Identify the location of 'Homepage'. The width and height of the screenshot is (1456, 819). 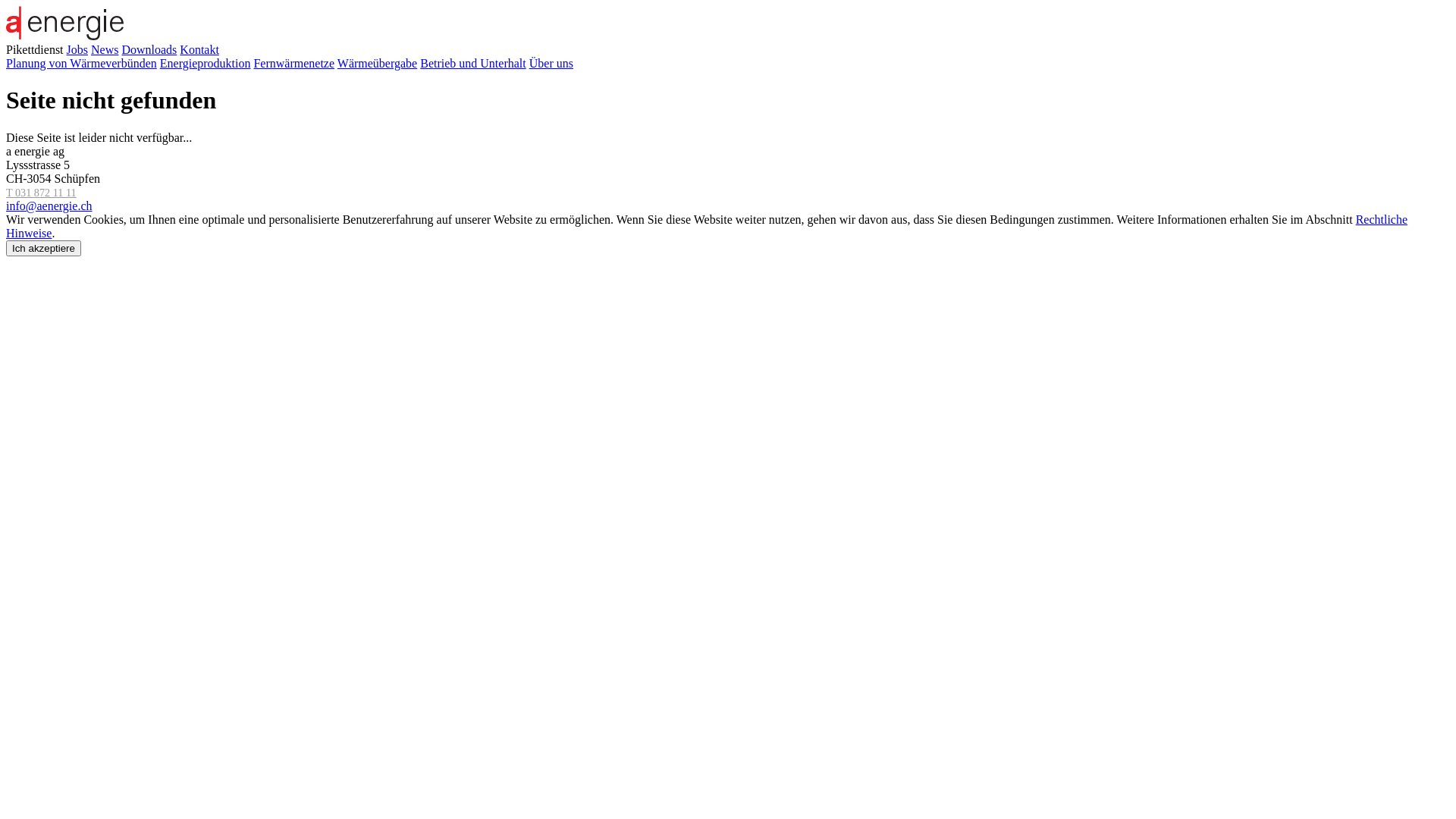
(64, 35).